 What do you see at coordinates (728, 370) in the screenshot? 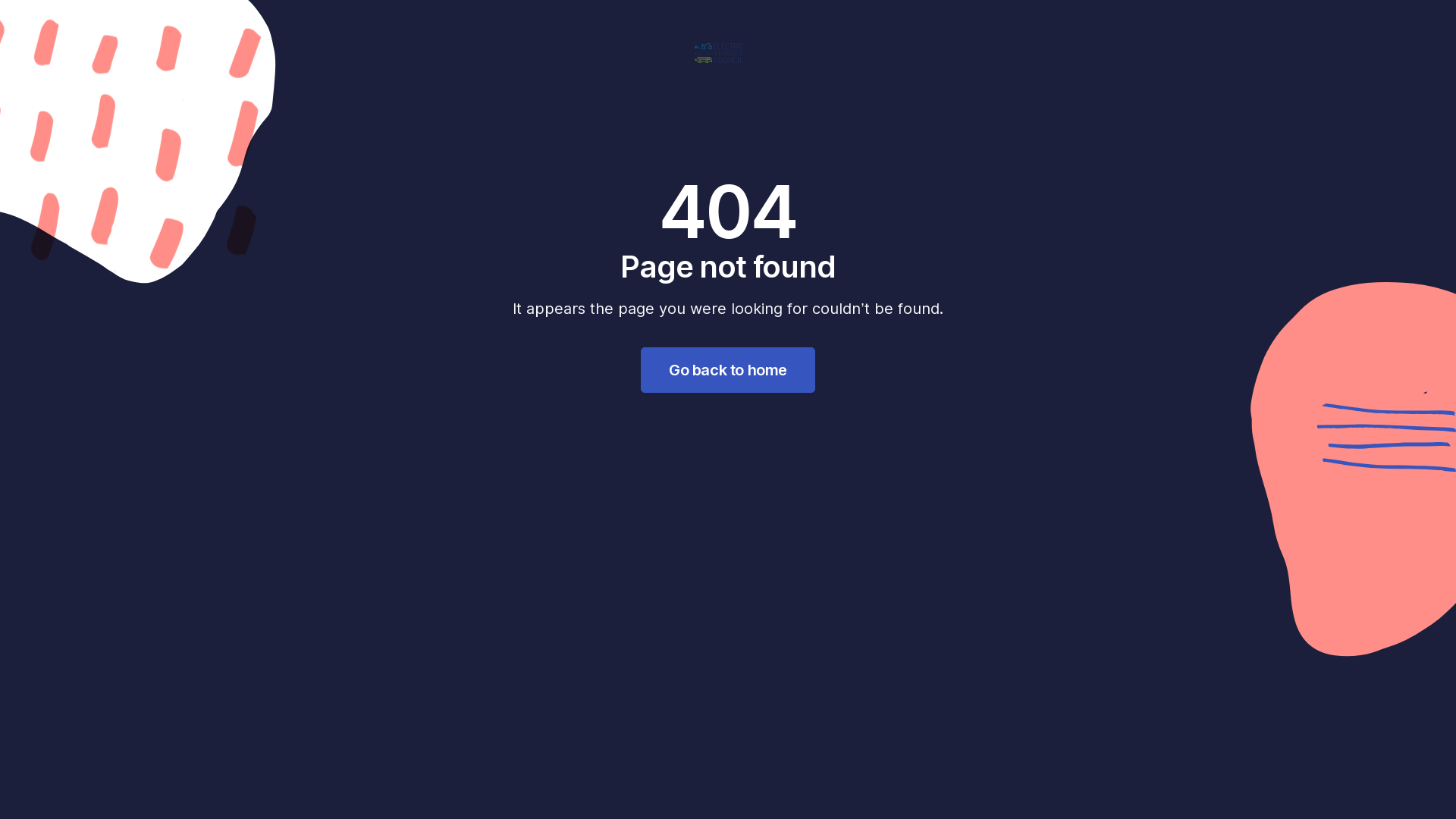
I see `'Go back to home'` at bounding box center [728, 370].